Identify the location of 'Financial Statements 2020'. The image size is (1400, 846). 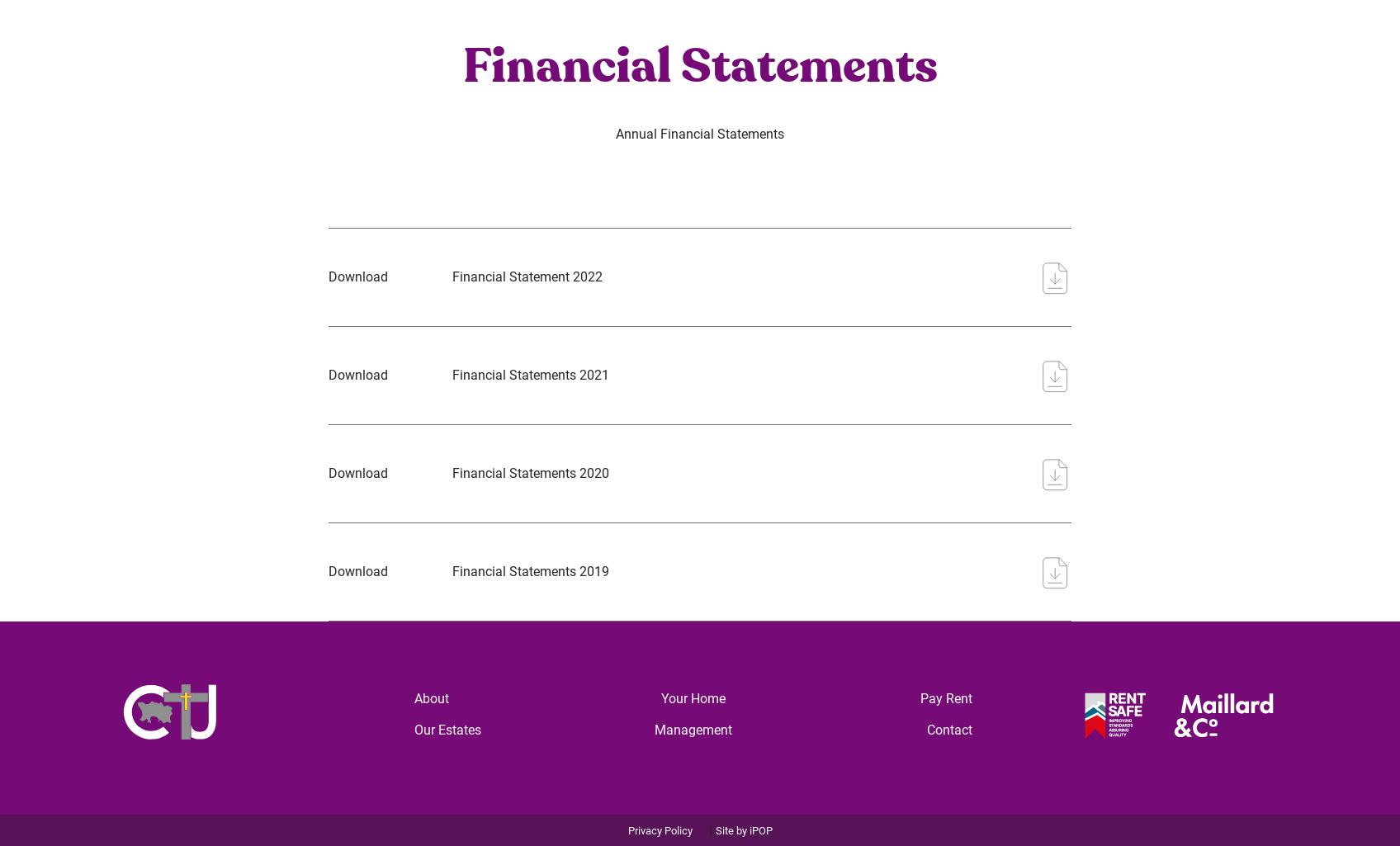
(529, 472).